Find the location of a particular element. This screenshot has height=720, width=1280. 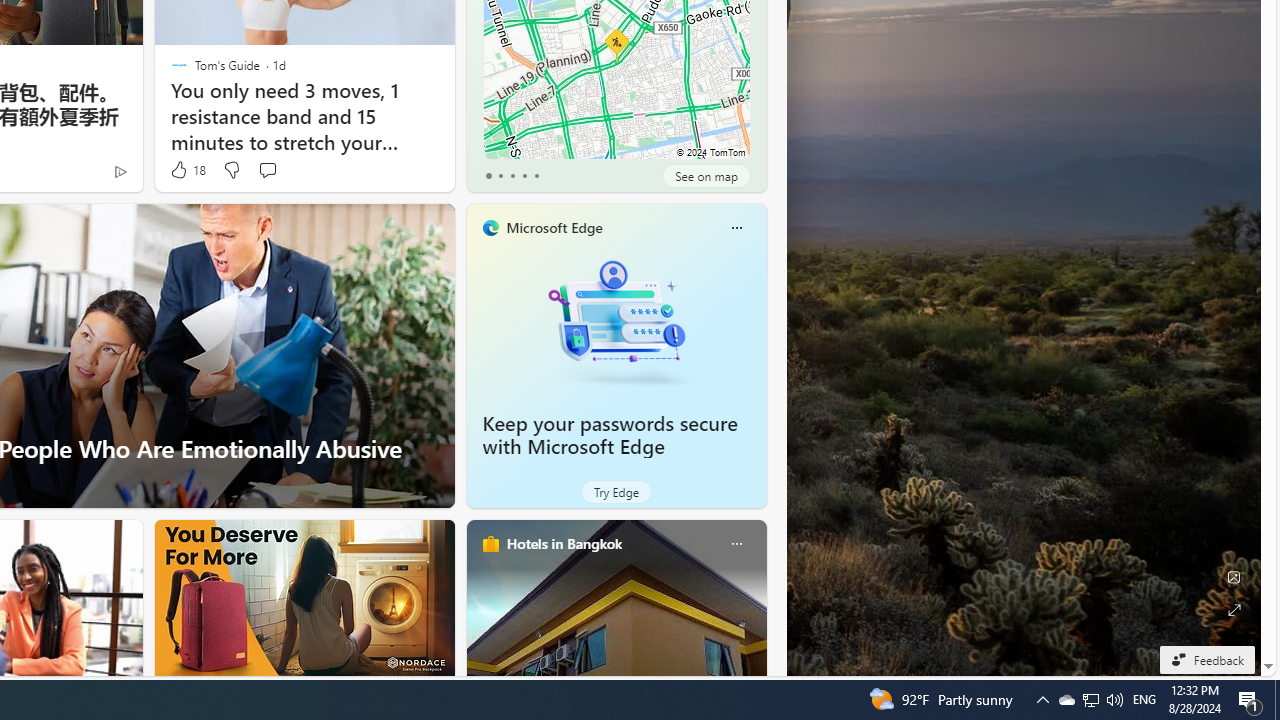

'Edit Background' is located at coordinates (1232, 577).